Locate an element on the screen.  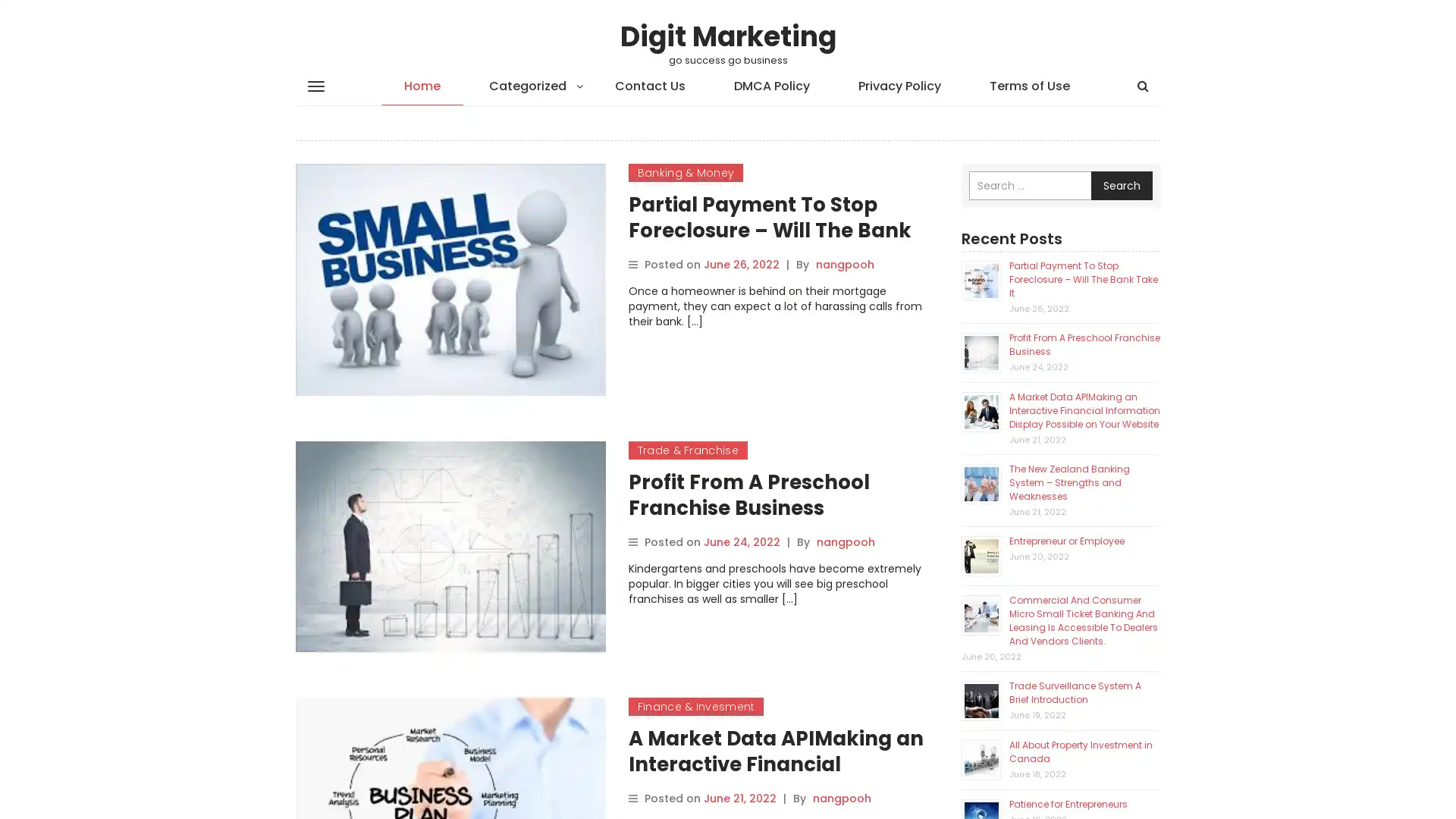
Search is located at coordinates (1122, 185).